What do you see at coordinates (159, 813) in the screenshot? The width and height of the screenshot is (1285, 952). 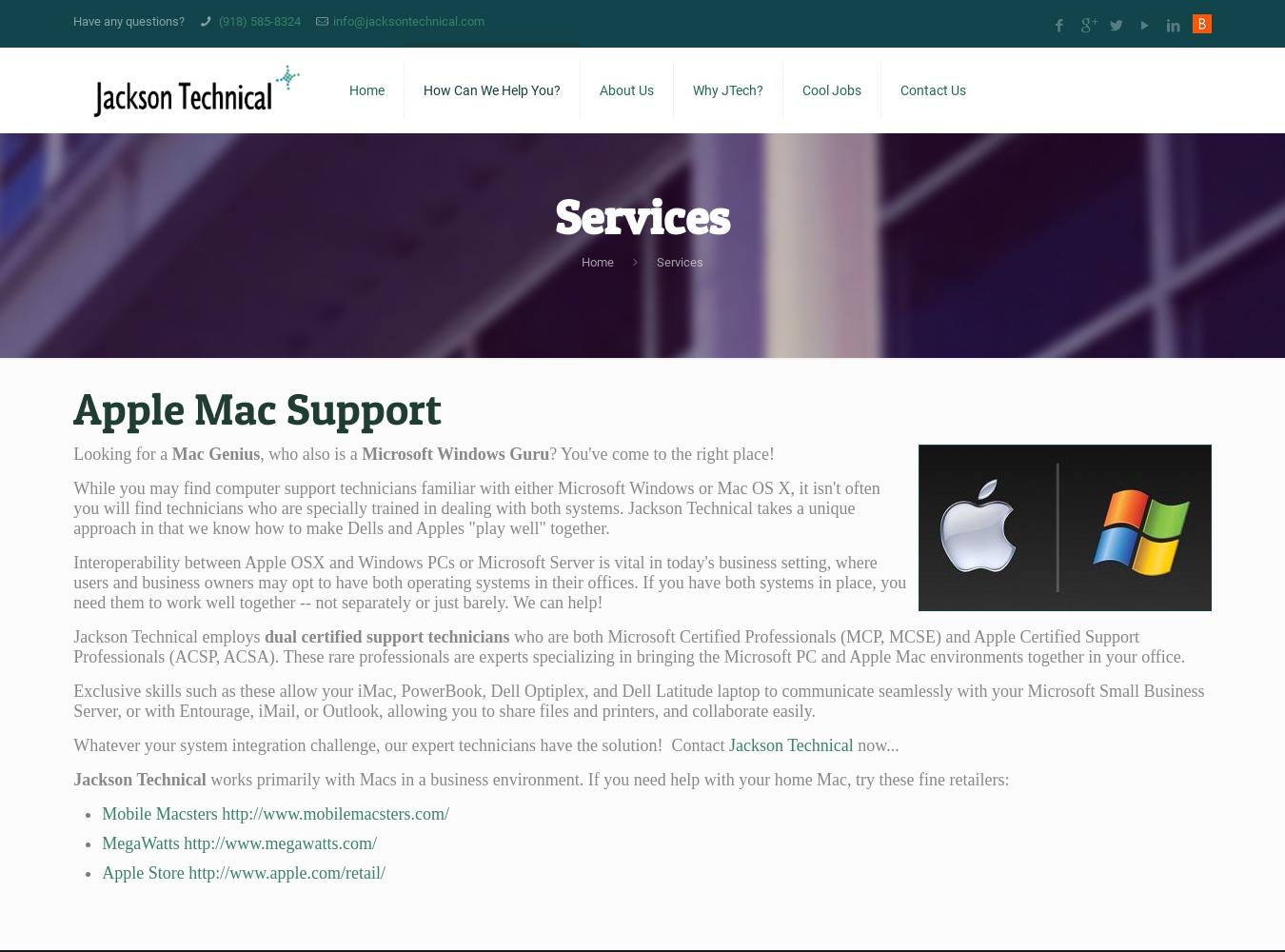 I see `'Mobile Macsters'` at bounding box center [159, 813].